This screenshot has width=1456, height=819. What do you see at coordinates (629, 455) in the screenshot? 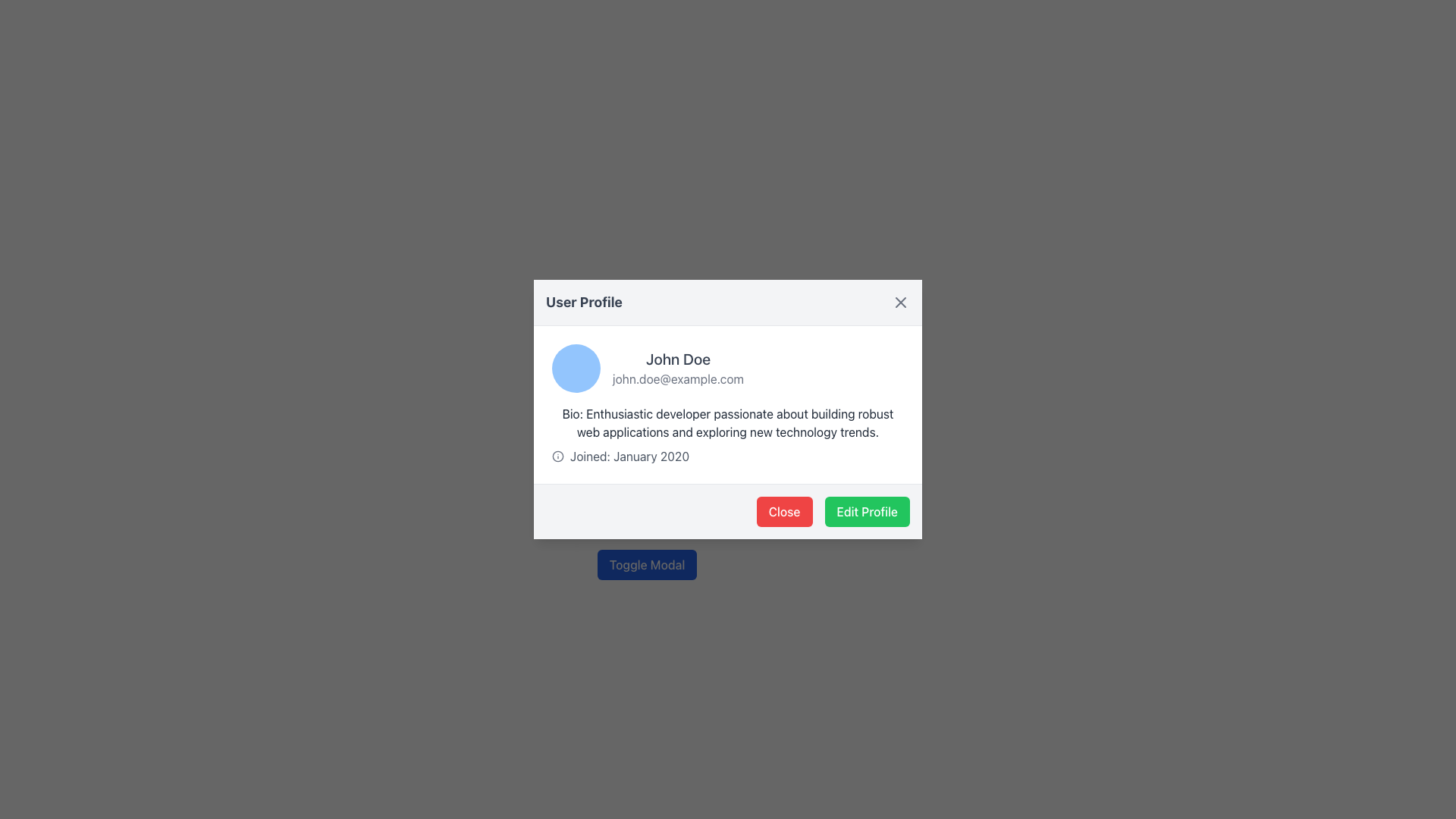
I see `the informational text label that indicates the user's joining date, positioned within the 'User Profile' modal dialog, to the right of a small circular icon and above the 'Close' and 'Edit Profile' buttons` at bounding box center [629, 455].